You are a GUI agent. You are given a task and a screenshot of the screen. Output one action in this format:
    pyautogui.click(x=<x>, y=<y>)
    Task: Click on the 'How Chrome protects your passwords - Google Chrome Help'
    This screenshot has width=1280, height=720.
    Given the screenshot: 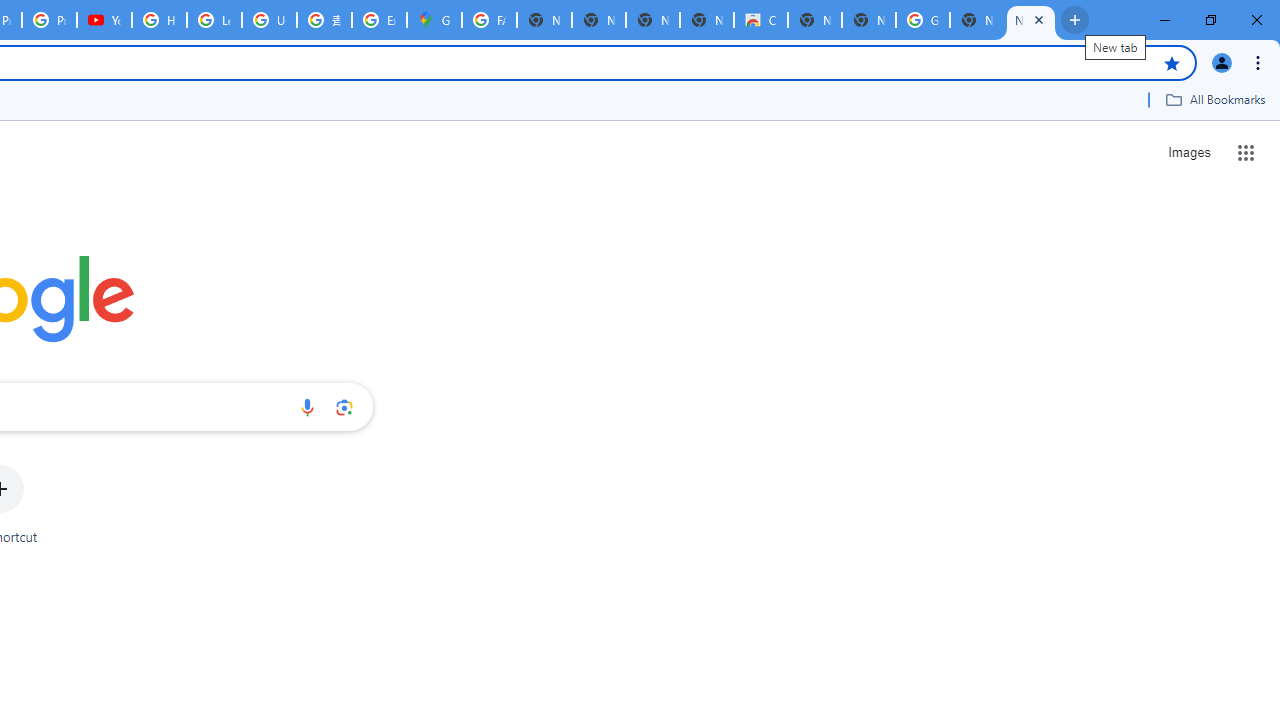 What is the action you would take?
    pyautogui.click(x=158, y=20)
    